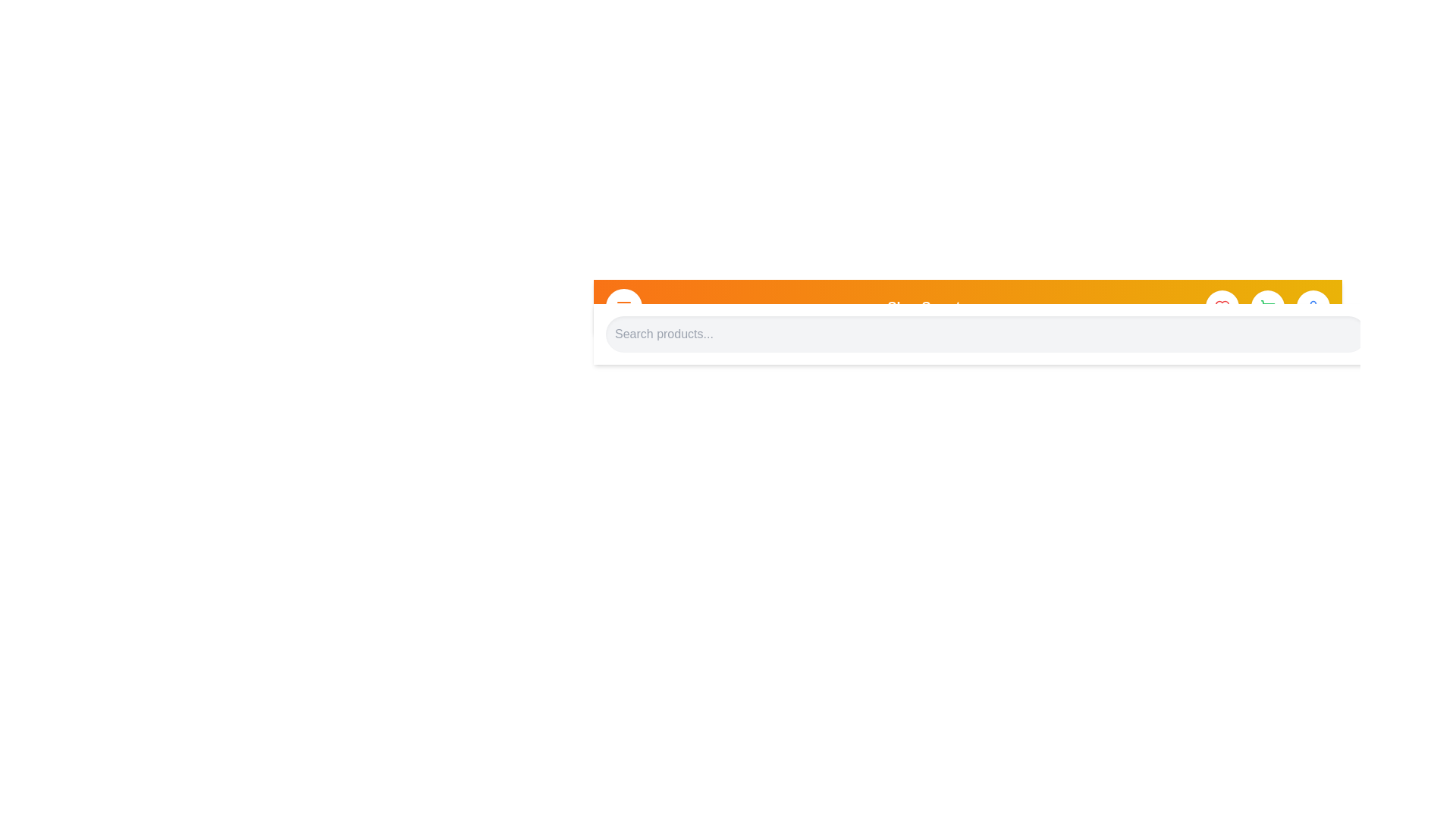  Describe the element at coordinates (1222, 307) in the screenshot. I see `the heart icon in the app bar` at that location.